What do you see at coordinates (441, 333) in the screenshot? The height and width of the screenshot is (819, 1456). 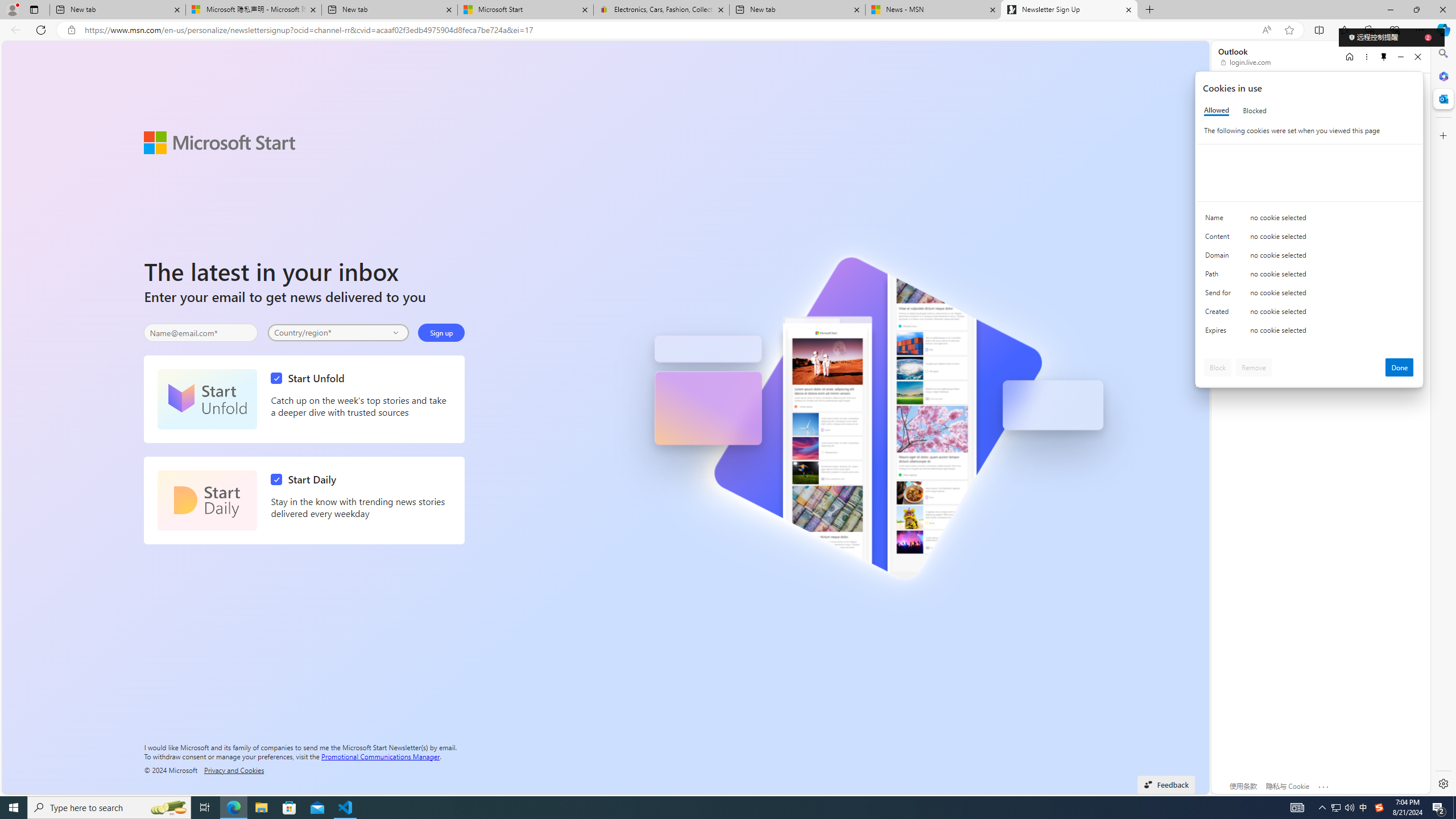 I see `'Sign up'` at bounding box center [441, 333].